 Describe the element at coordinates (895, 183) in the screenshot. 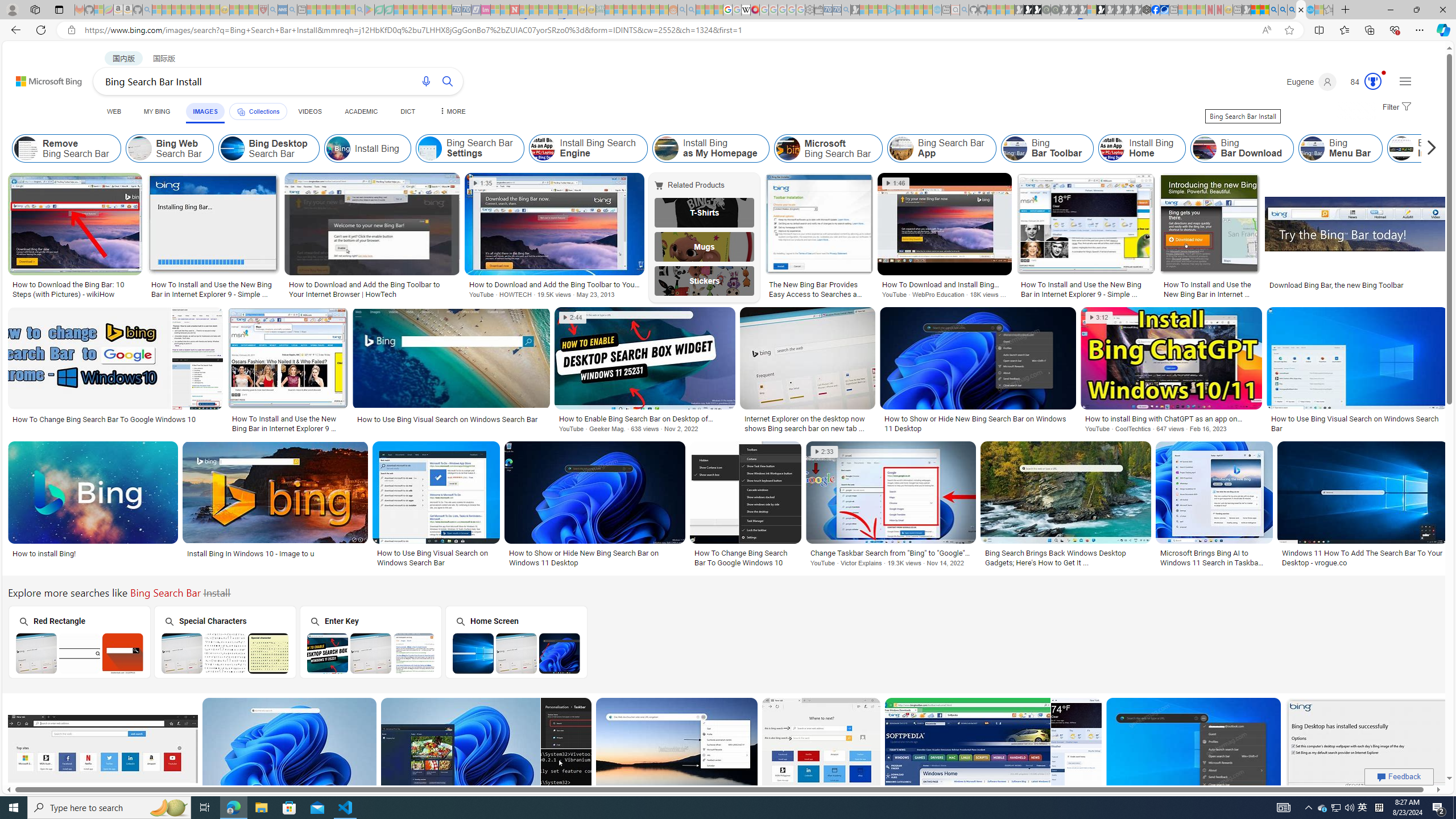

I see `'1:46'` at that location.